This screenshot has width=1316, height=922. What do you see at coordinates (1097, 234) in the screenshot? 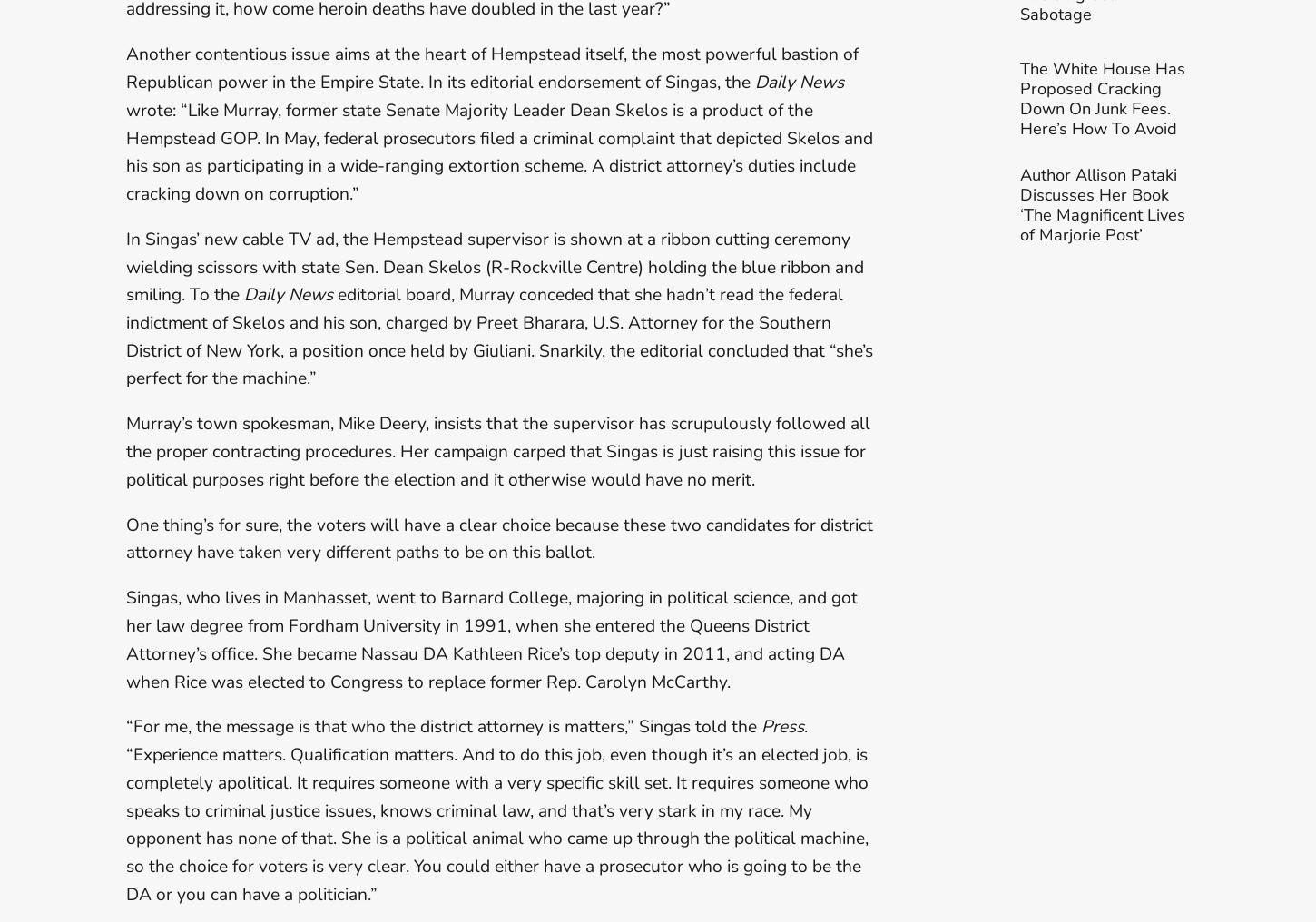
I see `'Author Allison Pataki Discusses Her Book ‘The'` at bounding box center [1097, 234].